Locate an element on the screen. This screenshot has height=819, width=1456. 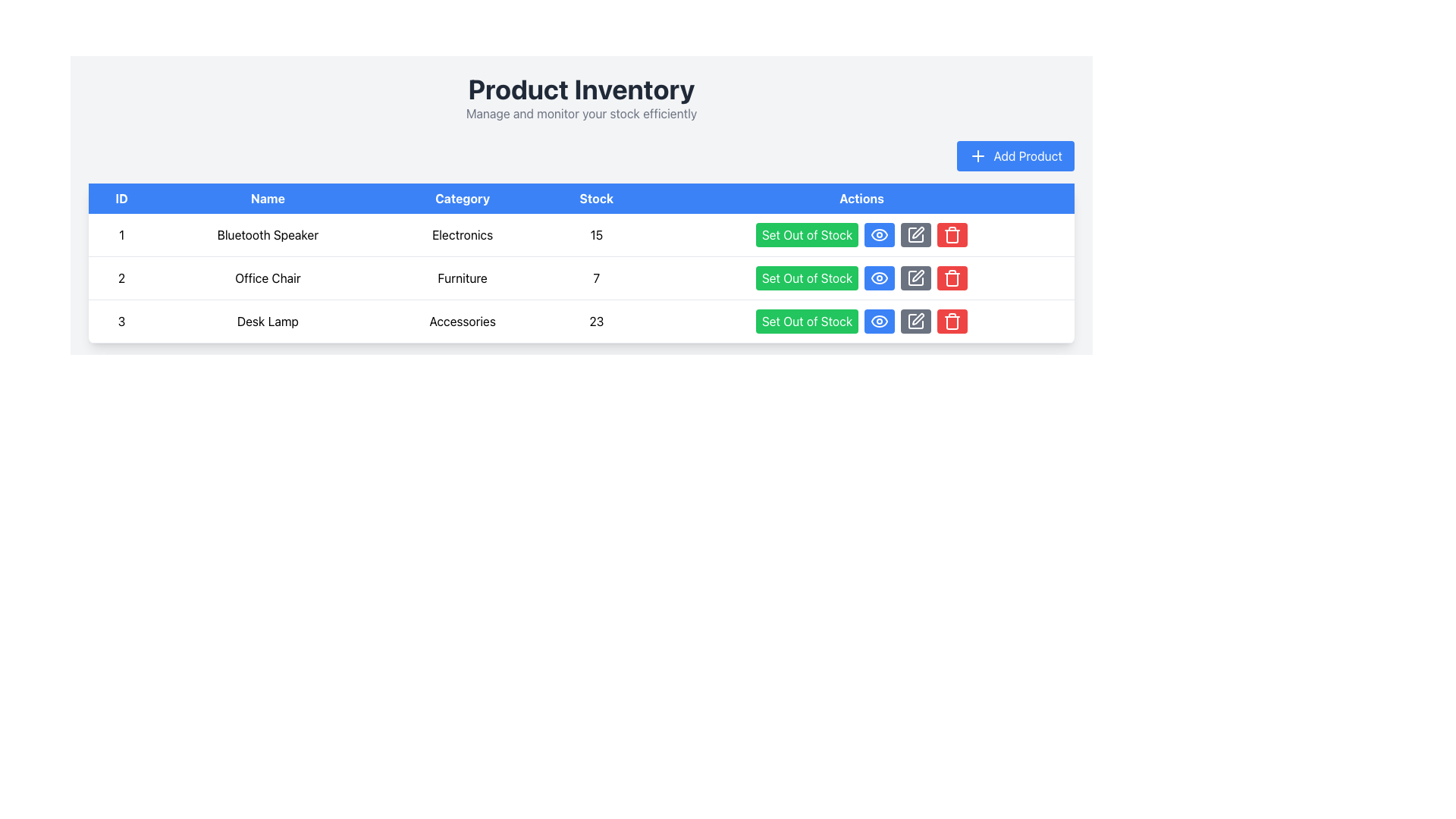
the text block displaying the number '1' in the first row of the product details table under the 'ID' header is located at coordinates (121, 235).